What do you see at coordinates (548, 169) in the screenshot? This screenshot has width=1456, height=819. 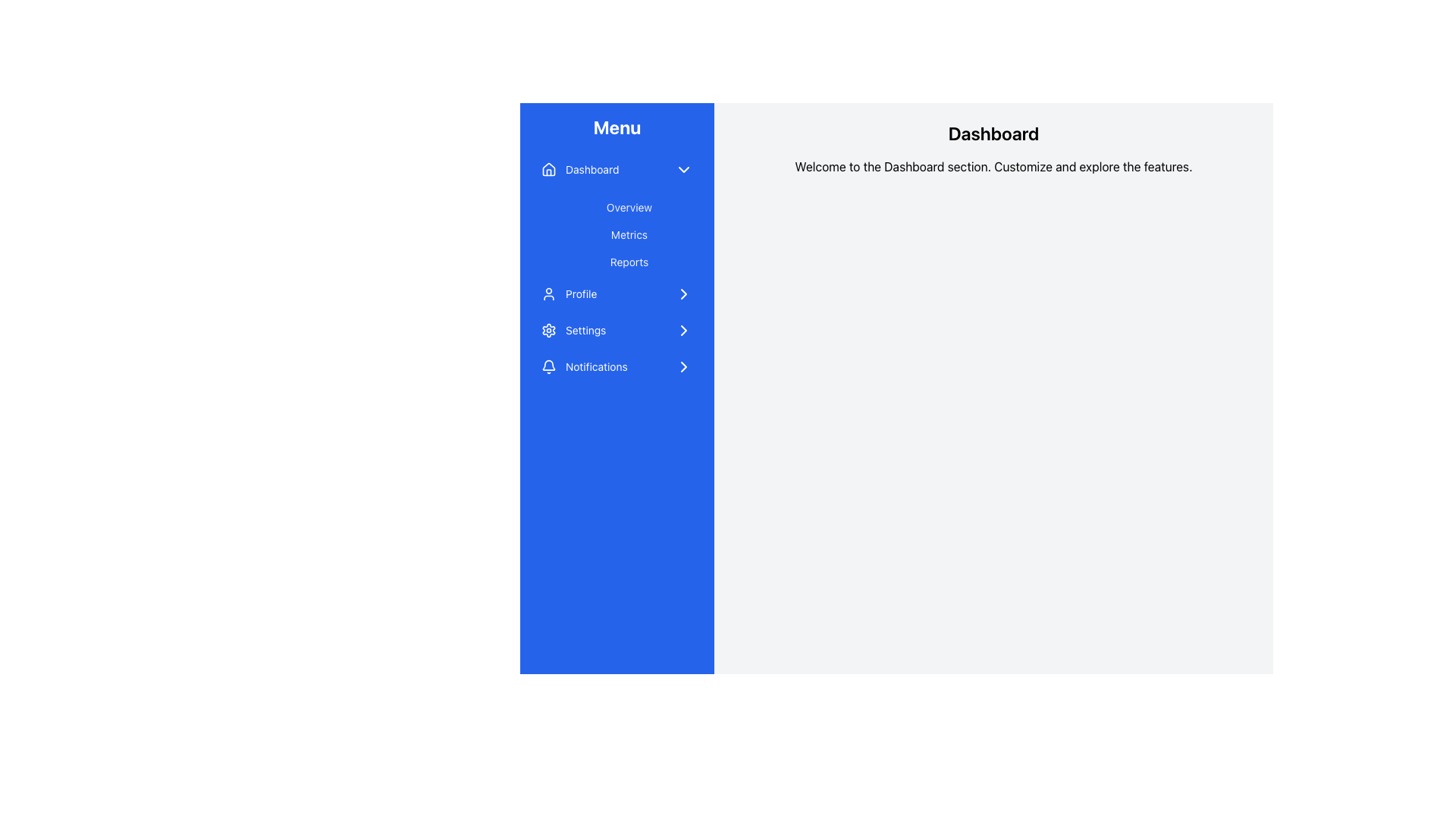 I see `the 'Dashboard' icon in the left-hand navigation menu, which is the first icon under the 'Menu' title and located to the left of the 'Dashboard' text` at bounding box center [548, 169].